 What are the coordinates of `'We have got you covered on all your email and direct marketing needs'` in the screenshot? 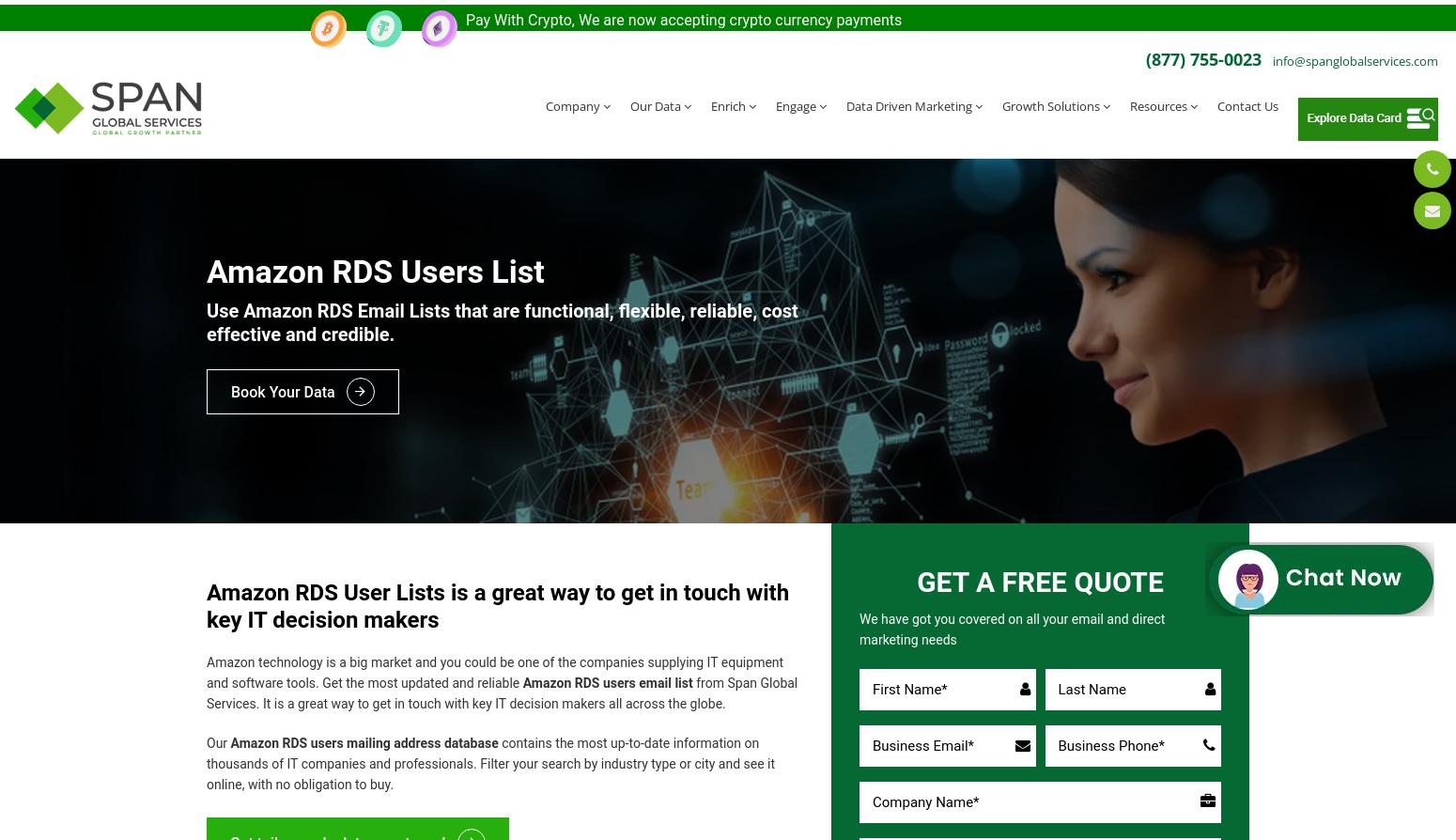 It's located at (1012, 618).